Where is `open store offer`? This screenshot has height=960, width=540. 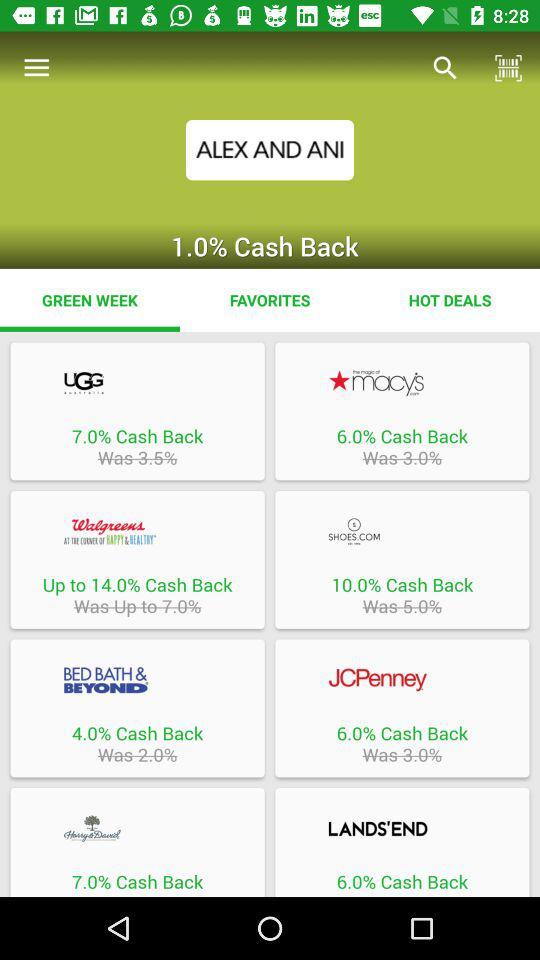
open store offer is located at coordinates (136, 828).